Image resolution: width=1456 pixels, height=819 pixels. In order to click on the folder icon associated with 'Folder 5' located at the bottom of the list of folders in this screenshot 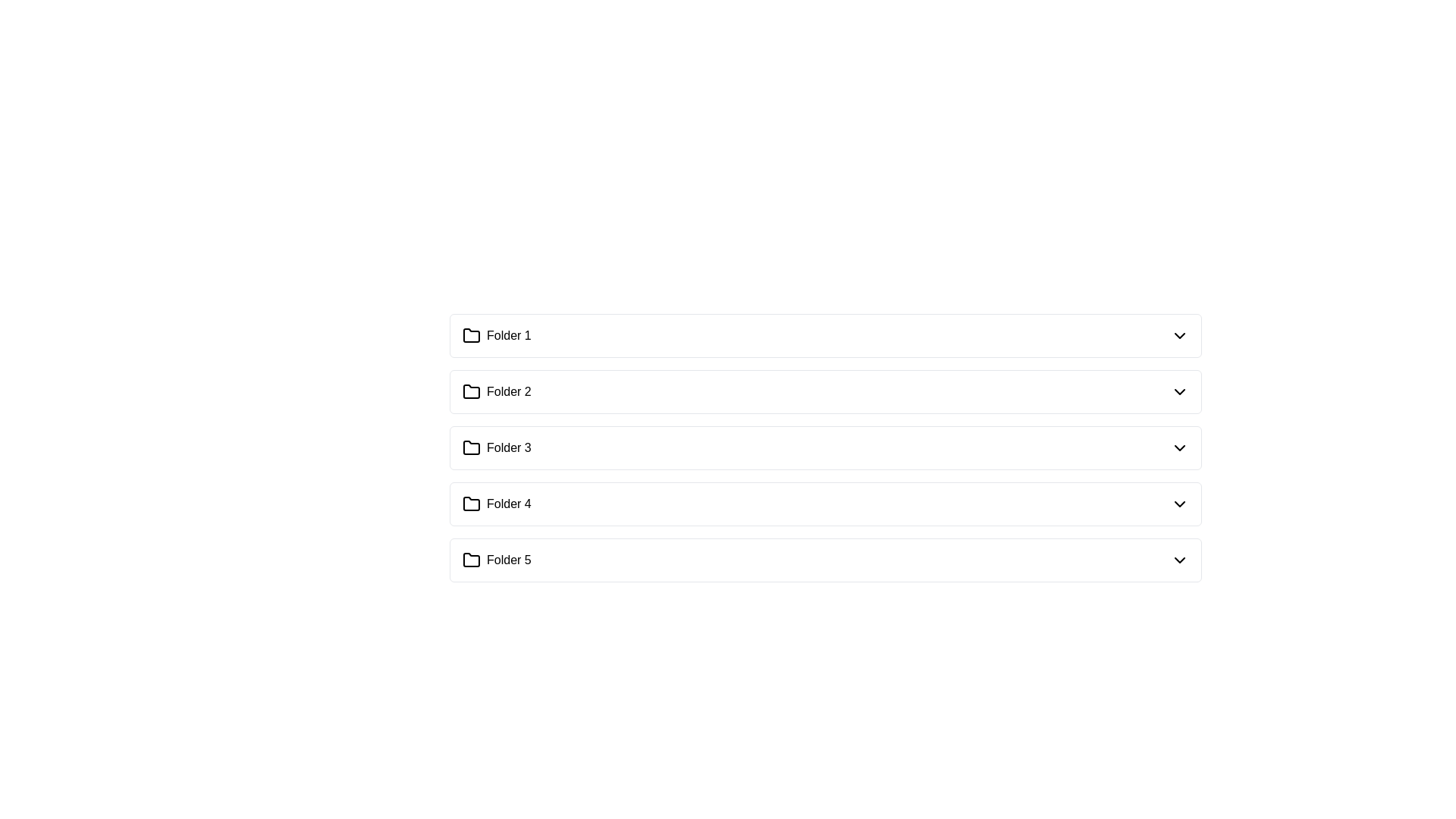, I will do `click(471, 559)`.